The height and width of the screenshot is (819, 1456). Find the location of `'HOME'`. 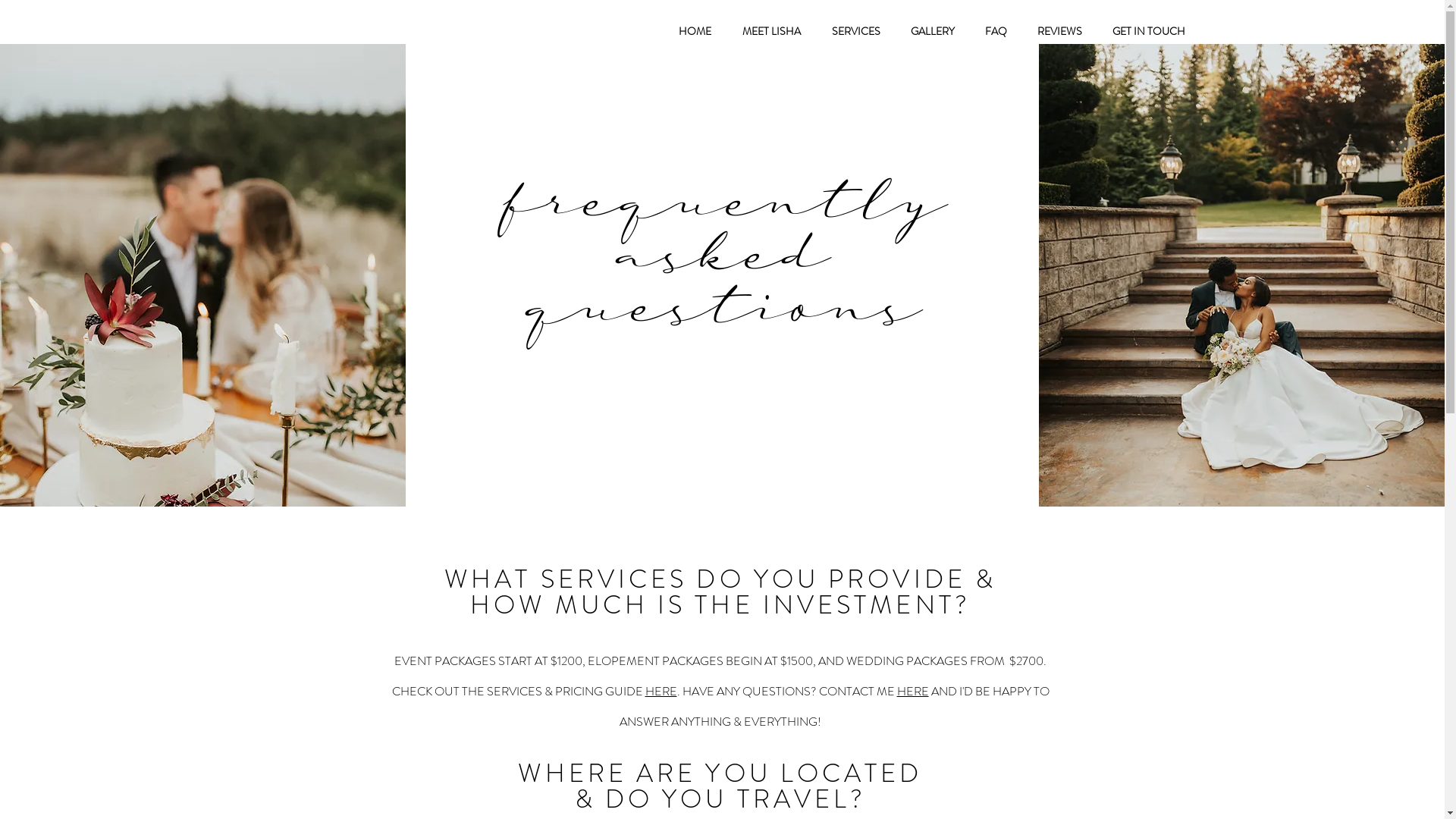

'HOME' is located at coordinates (694, 31).